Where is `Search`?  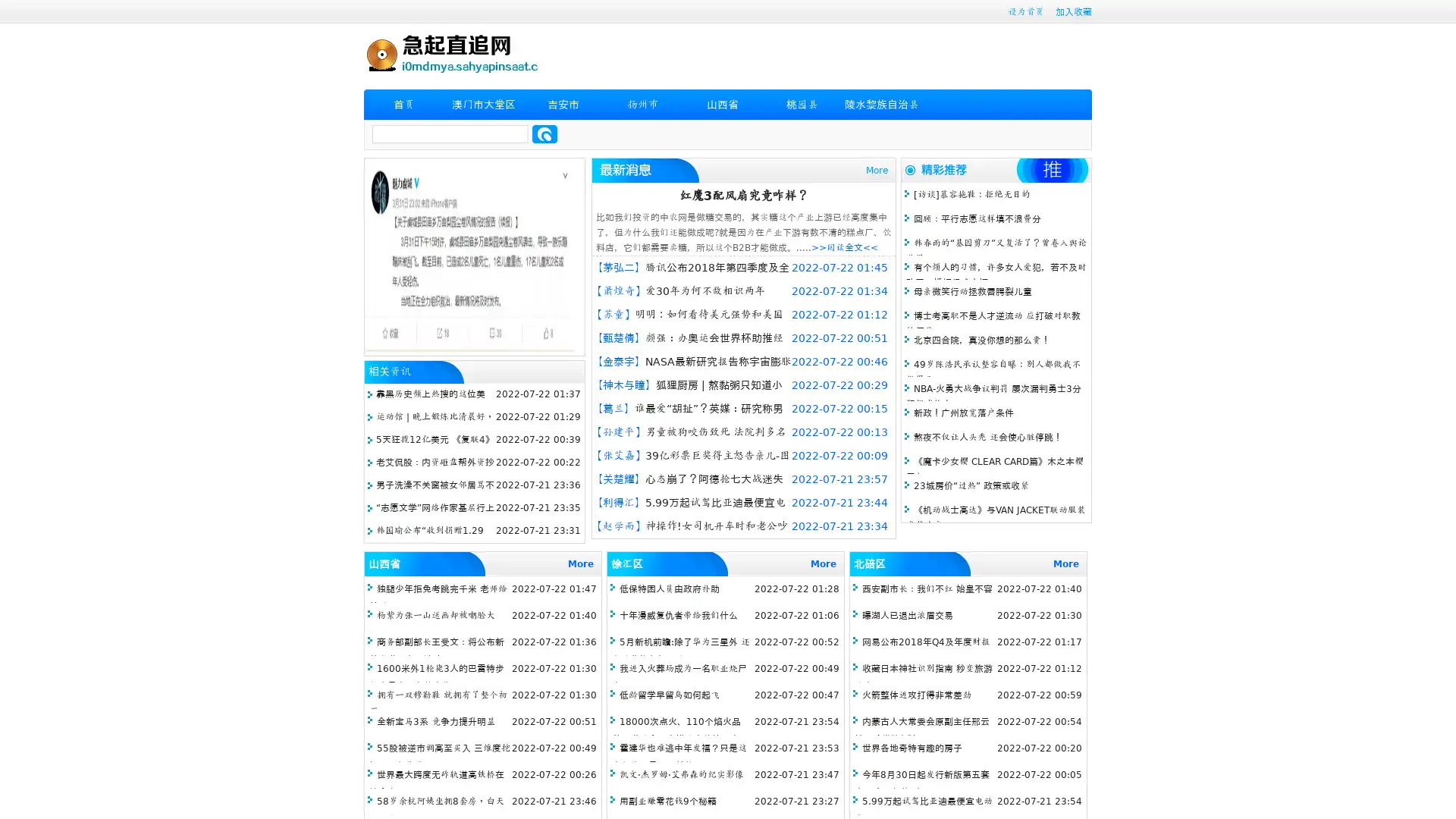 Search is located at coordinates (544, 133).